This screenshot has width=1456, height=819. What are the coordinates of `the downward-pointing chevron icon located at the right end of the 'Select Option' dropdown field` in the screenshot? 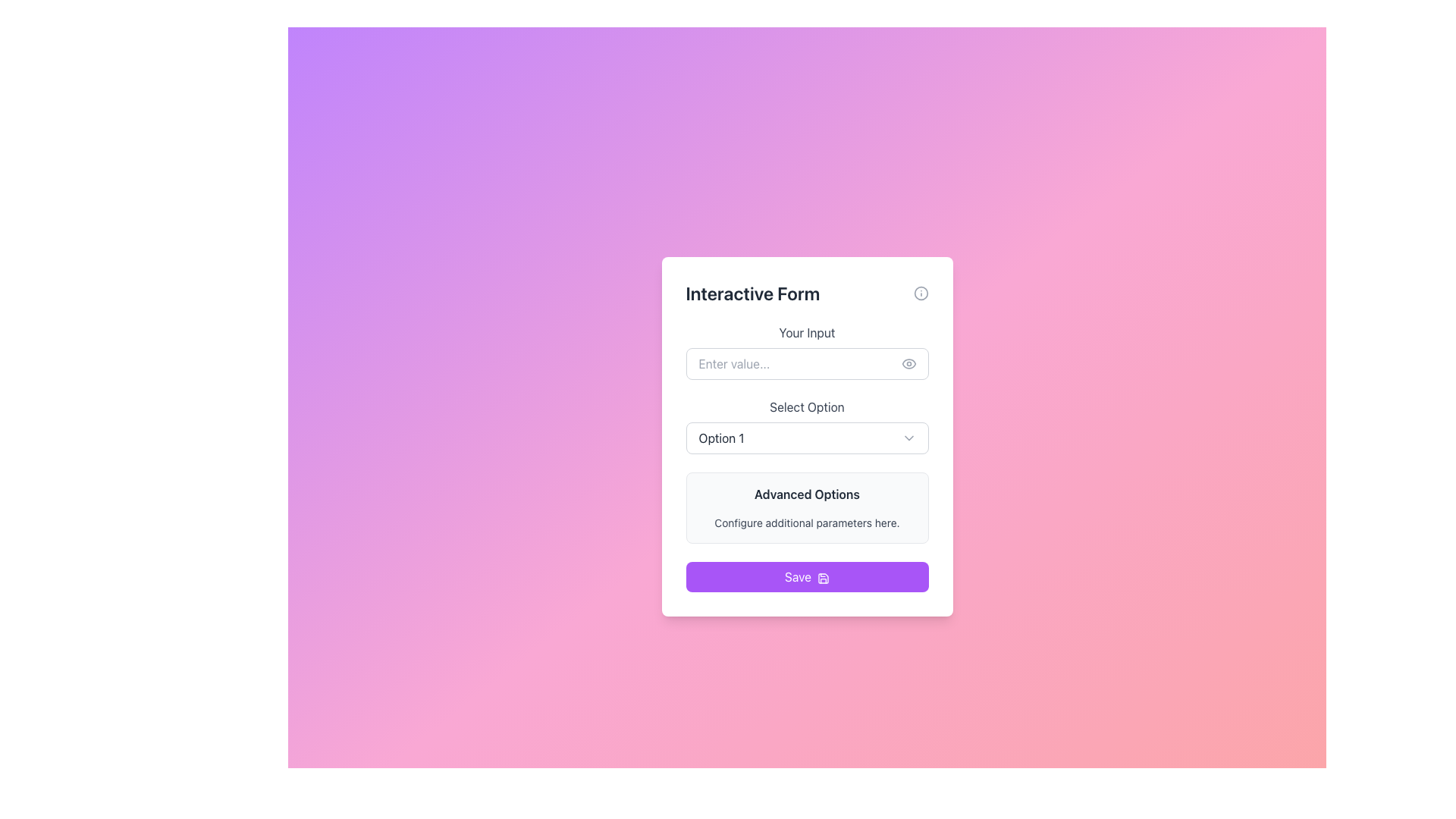 It's located at (908, 438).